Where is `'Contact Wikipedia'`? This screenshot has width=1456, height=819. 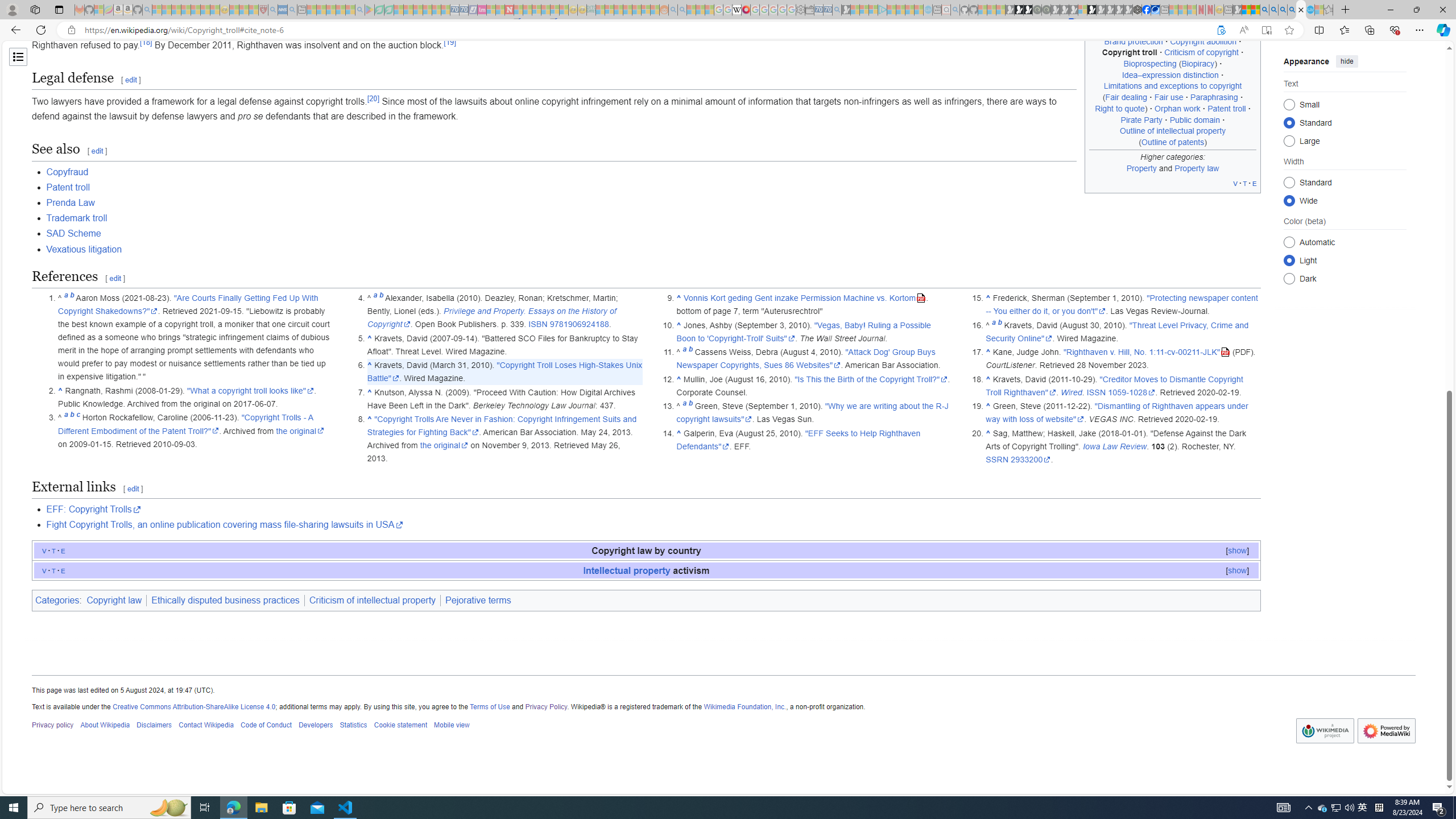 'Contact Wikipedia' is located at coordinates (206, 725).